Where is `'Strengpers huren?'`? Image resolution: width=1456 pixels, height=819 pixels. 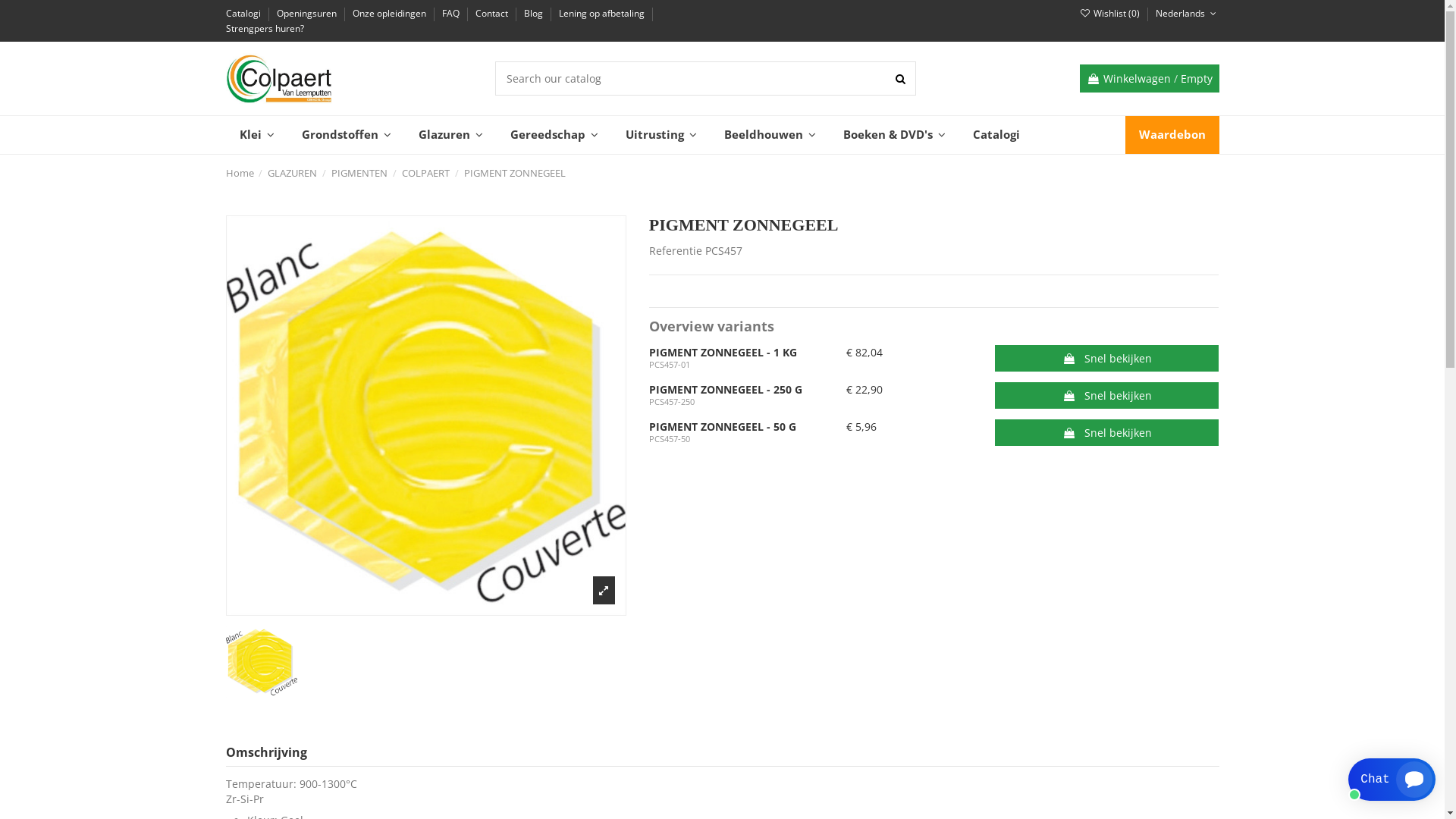
'Strengpers huren?' is located at coordinates (265, 28).